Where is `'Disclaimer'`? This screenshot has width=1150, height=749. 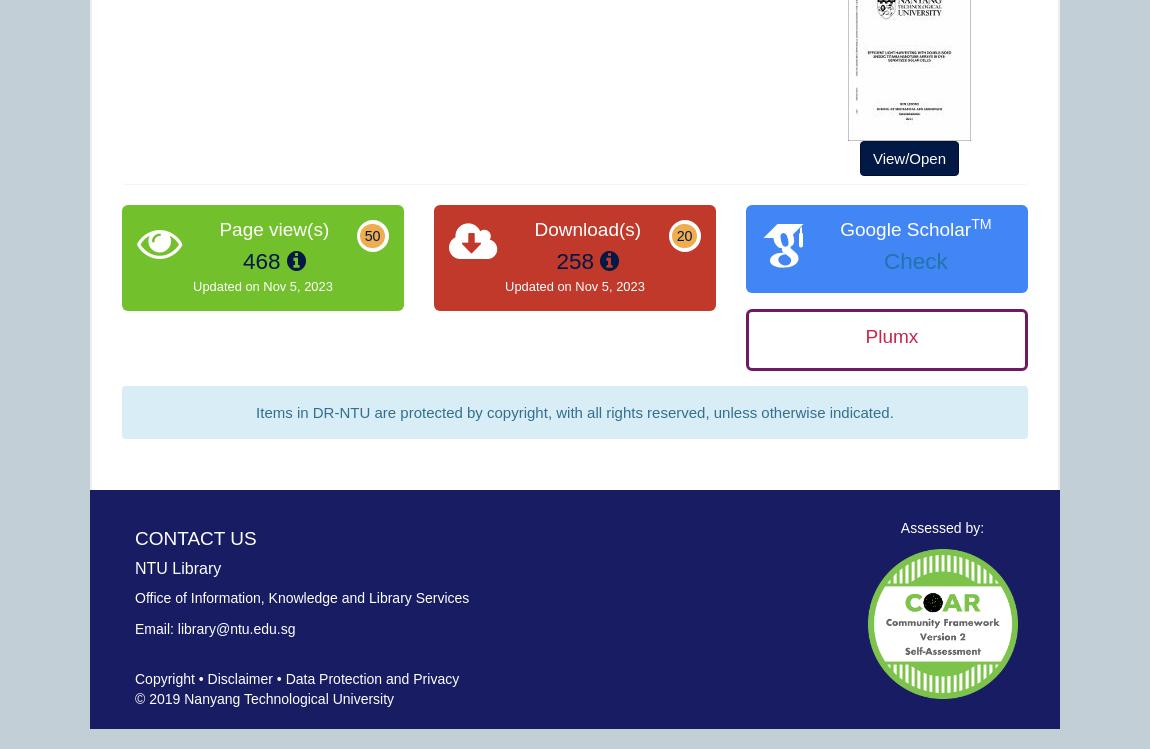
'Disclaimer' is located at coordinates (238, 678).